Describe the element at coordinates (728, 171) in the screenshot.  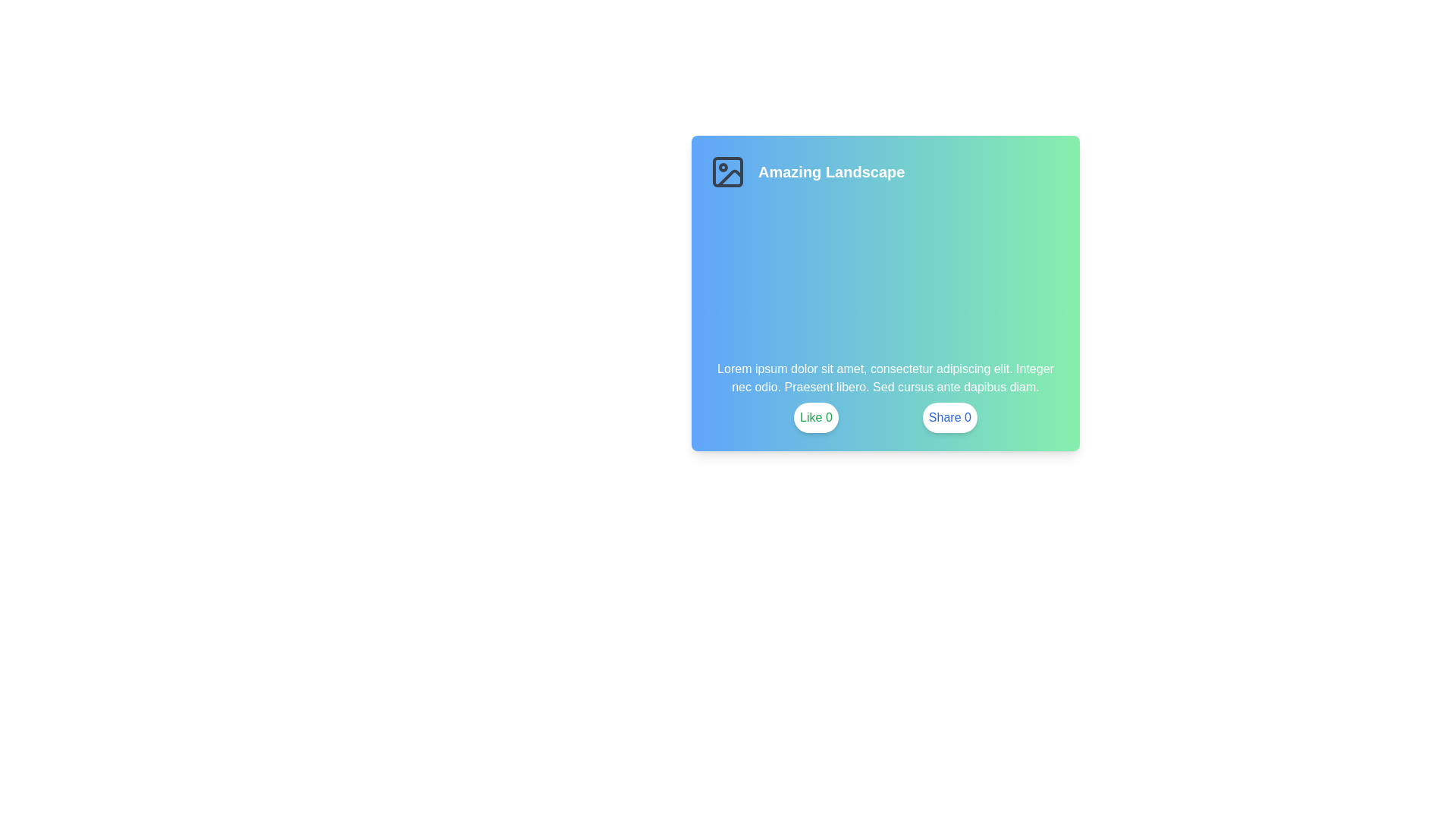
I see `the icon that resembles an image placeholder, which is a muted gray rectangle containing a circle and a diagonal line, located at the upper left corner of the section with the text 'Amazing Landscape'` at that location.